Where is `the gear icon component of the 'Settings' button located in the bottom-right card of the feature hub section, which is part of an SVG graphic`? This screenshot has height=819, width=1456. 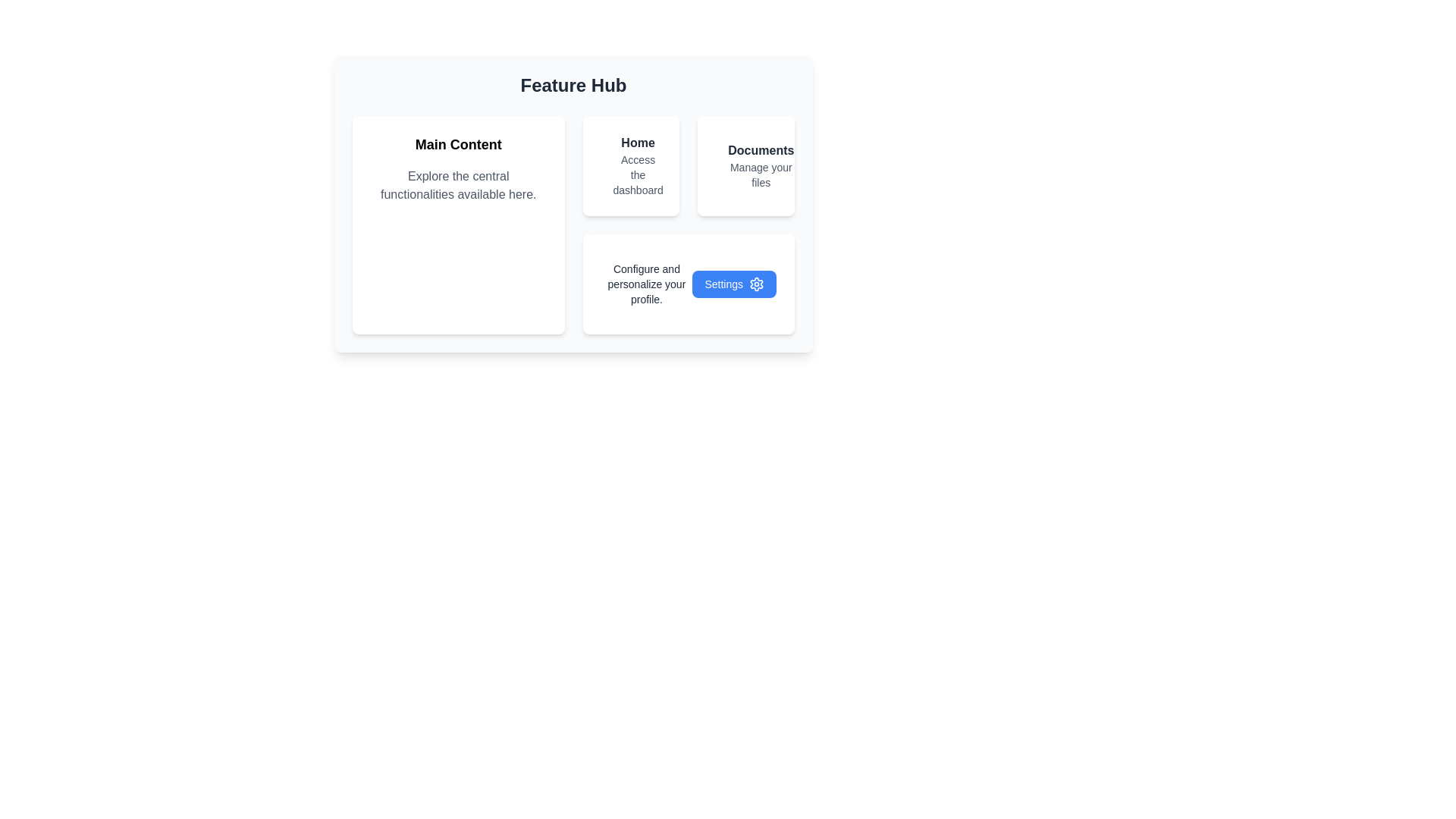 the gear icon component of the 'Settings' button located in the bottom-right card of the feature hub section, which is part of an SVG graphic is located at coordinates (757, 284).